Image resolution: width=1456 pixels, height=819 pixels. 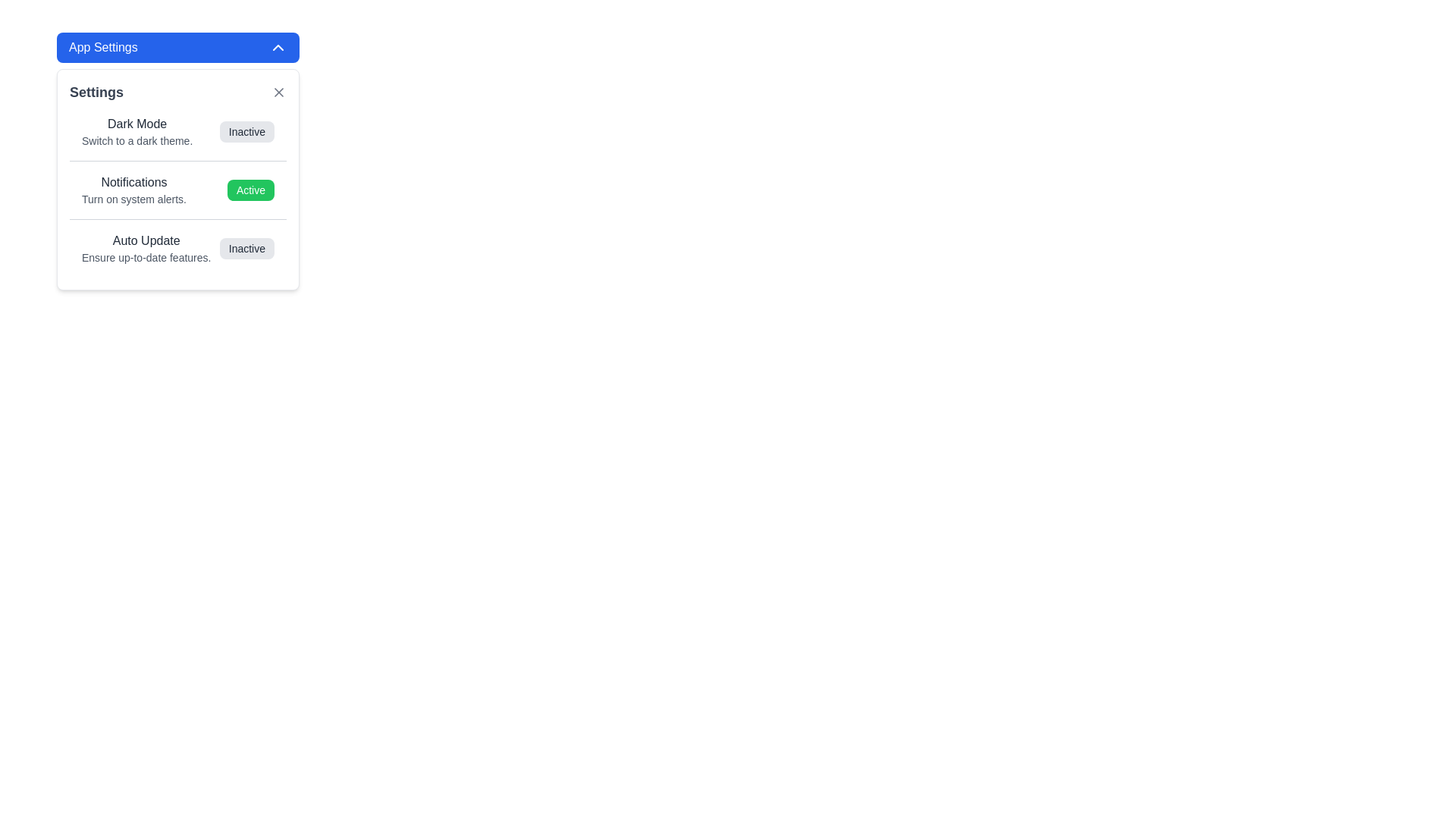 What do you see at coordinates (278, 46) in the screenshot?
I see `the chevron-shaped icon button, which is white on a blue background, located on the rightmost edge of the 'App Settings' button` at bounding box center [278, 46].